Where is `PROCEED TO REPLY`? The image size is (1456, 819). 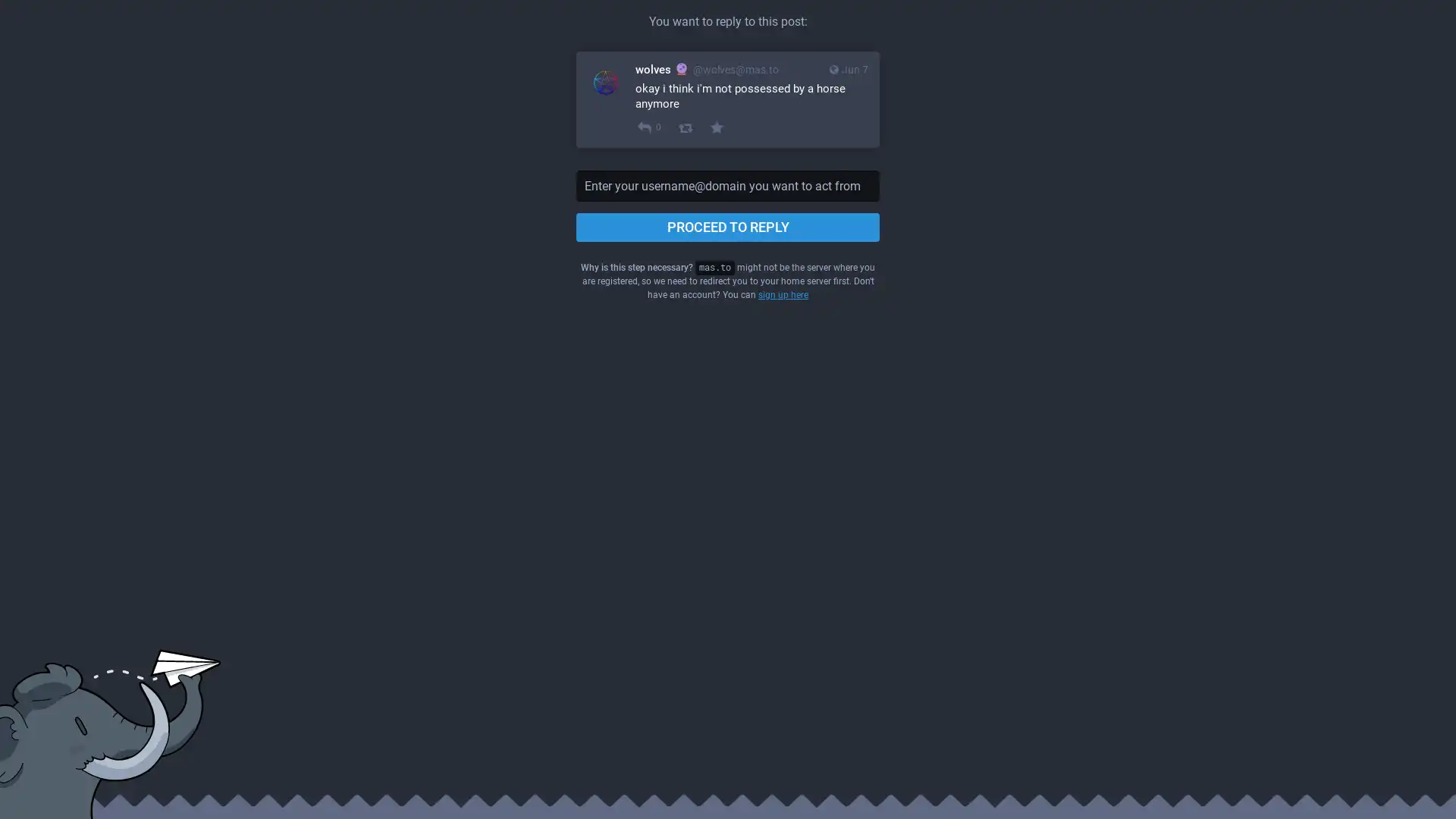
PROCEED TO REPLY is located at coordinates (728, 227).